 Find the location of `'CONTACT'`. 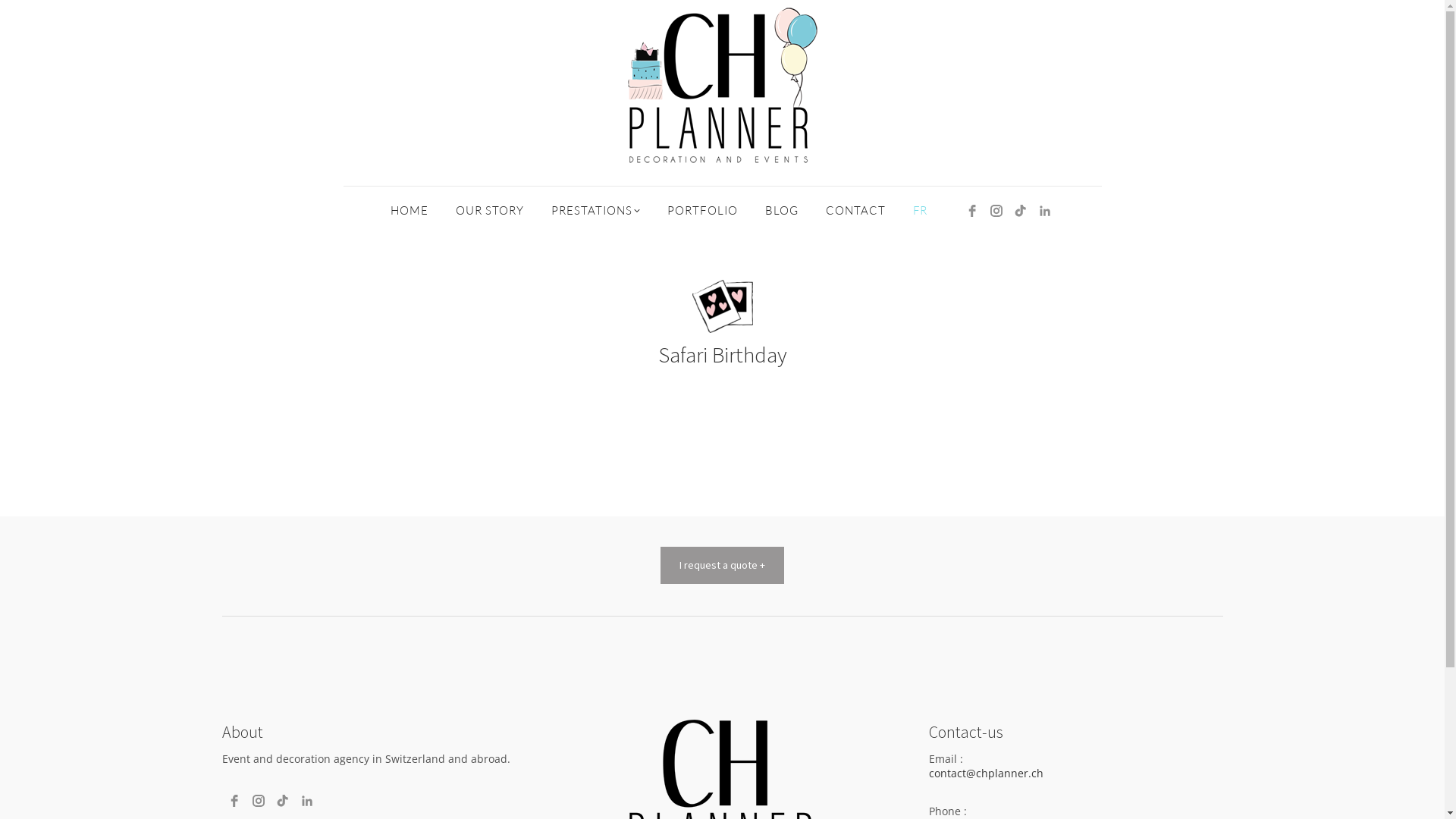

'CONTACT' is located at coordinates (855, 210).